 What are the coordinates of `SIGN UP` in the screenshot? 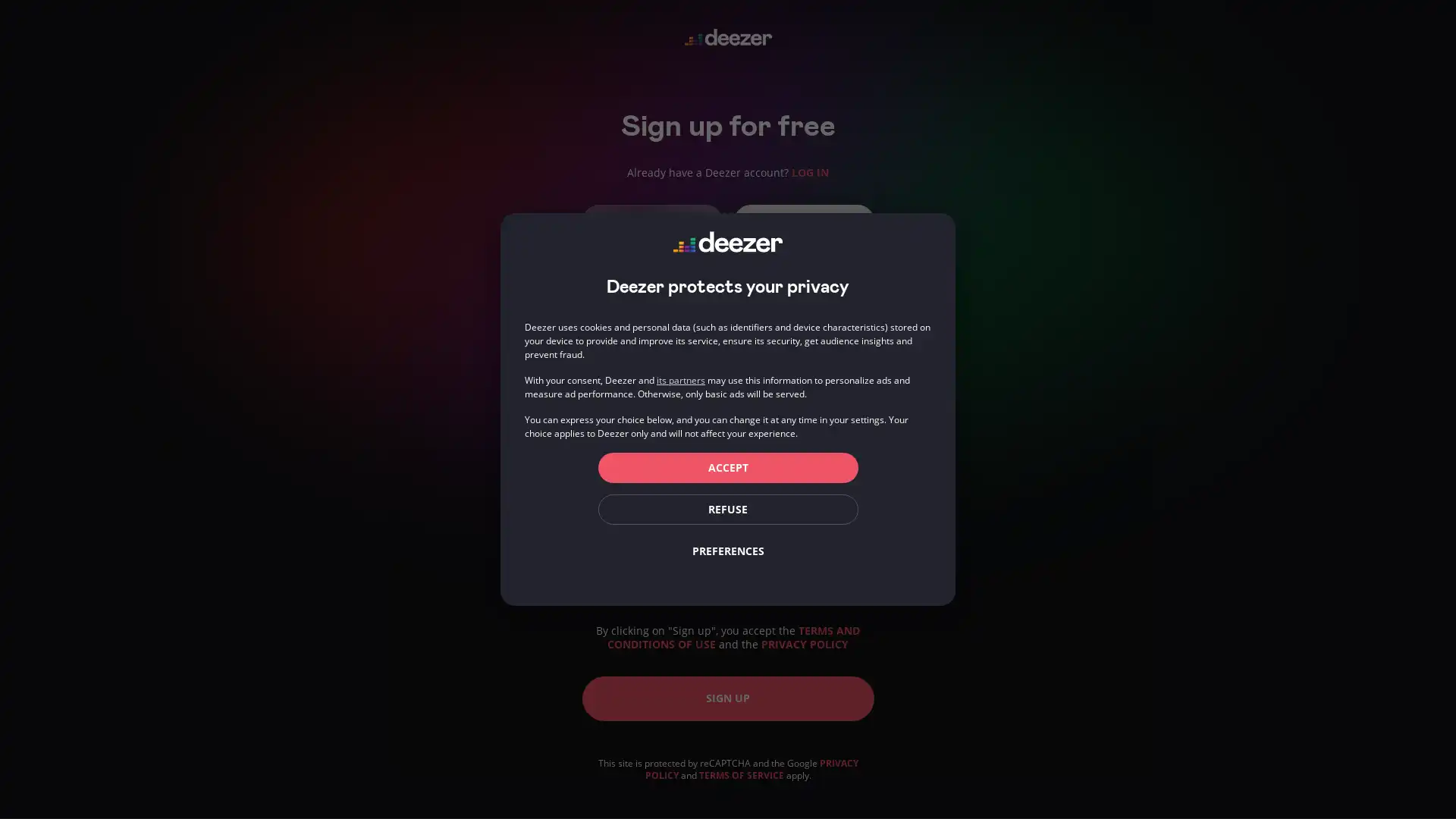 It's located at (726, 698).